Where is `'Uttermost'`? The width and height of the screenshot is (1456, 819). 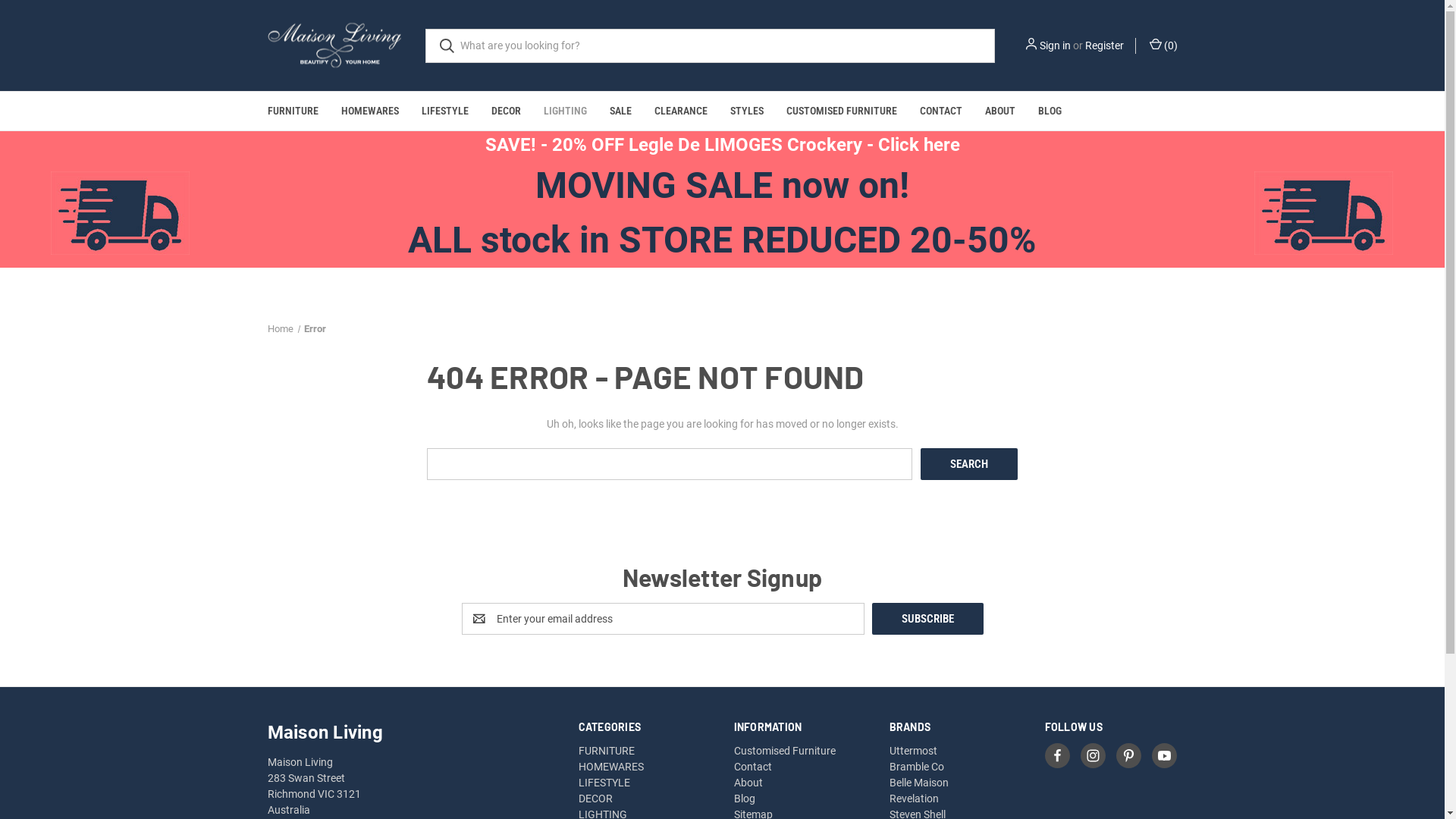
'Uttermost' is located at coordinates (912, 751).